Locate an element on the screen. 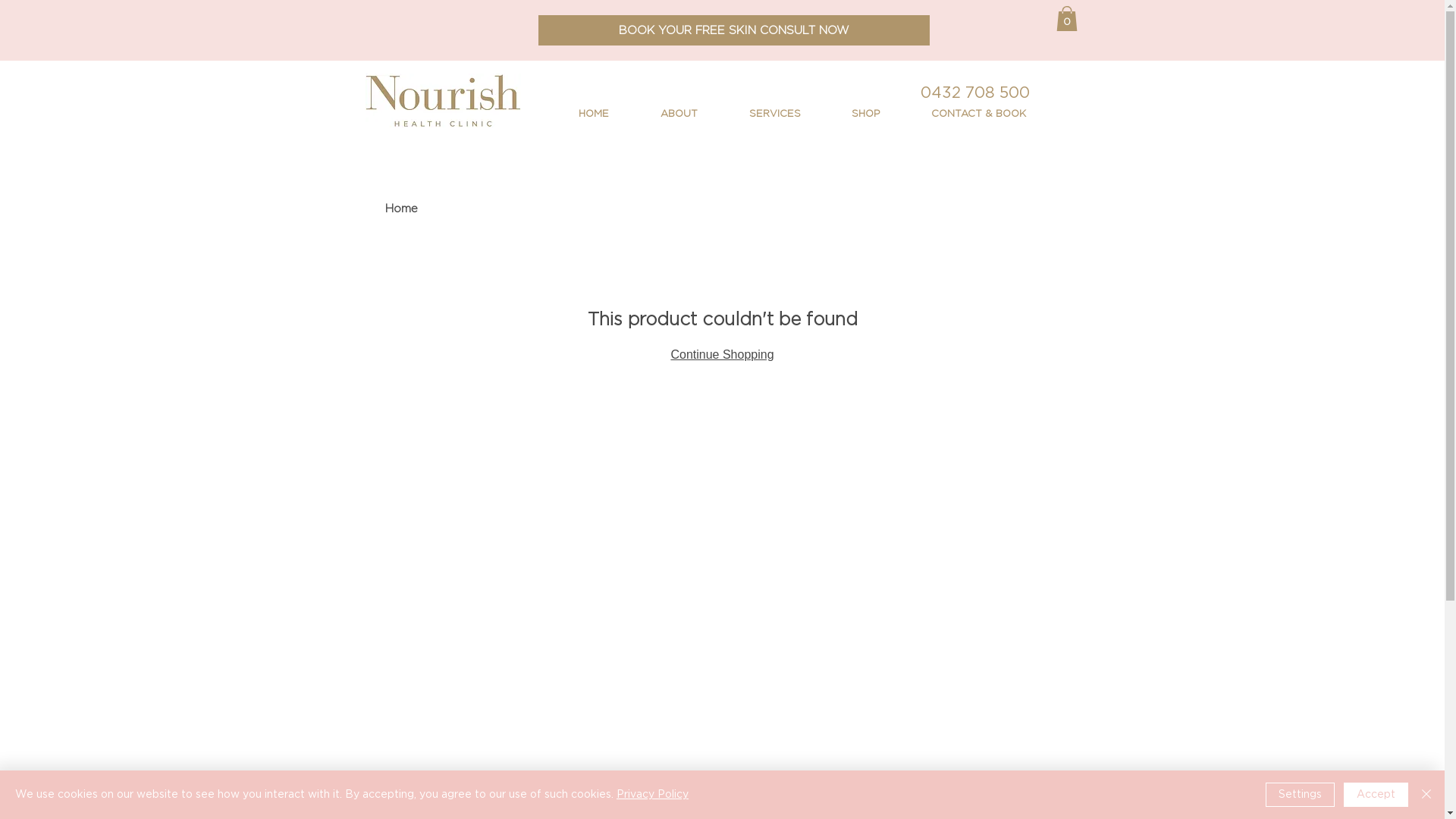 The image size is (1456, 819). 'Home' is located at coordinates (401, 209).